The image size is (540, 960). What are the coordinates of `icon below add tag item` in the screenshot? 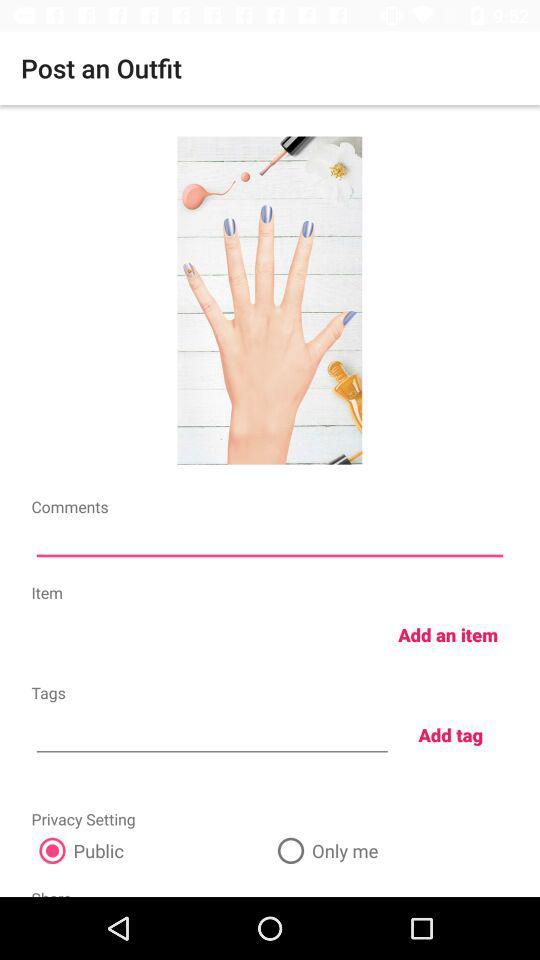 It's located at (389, 849).